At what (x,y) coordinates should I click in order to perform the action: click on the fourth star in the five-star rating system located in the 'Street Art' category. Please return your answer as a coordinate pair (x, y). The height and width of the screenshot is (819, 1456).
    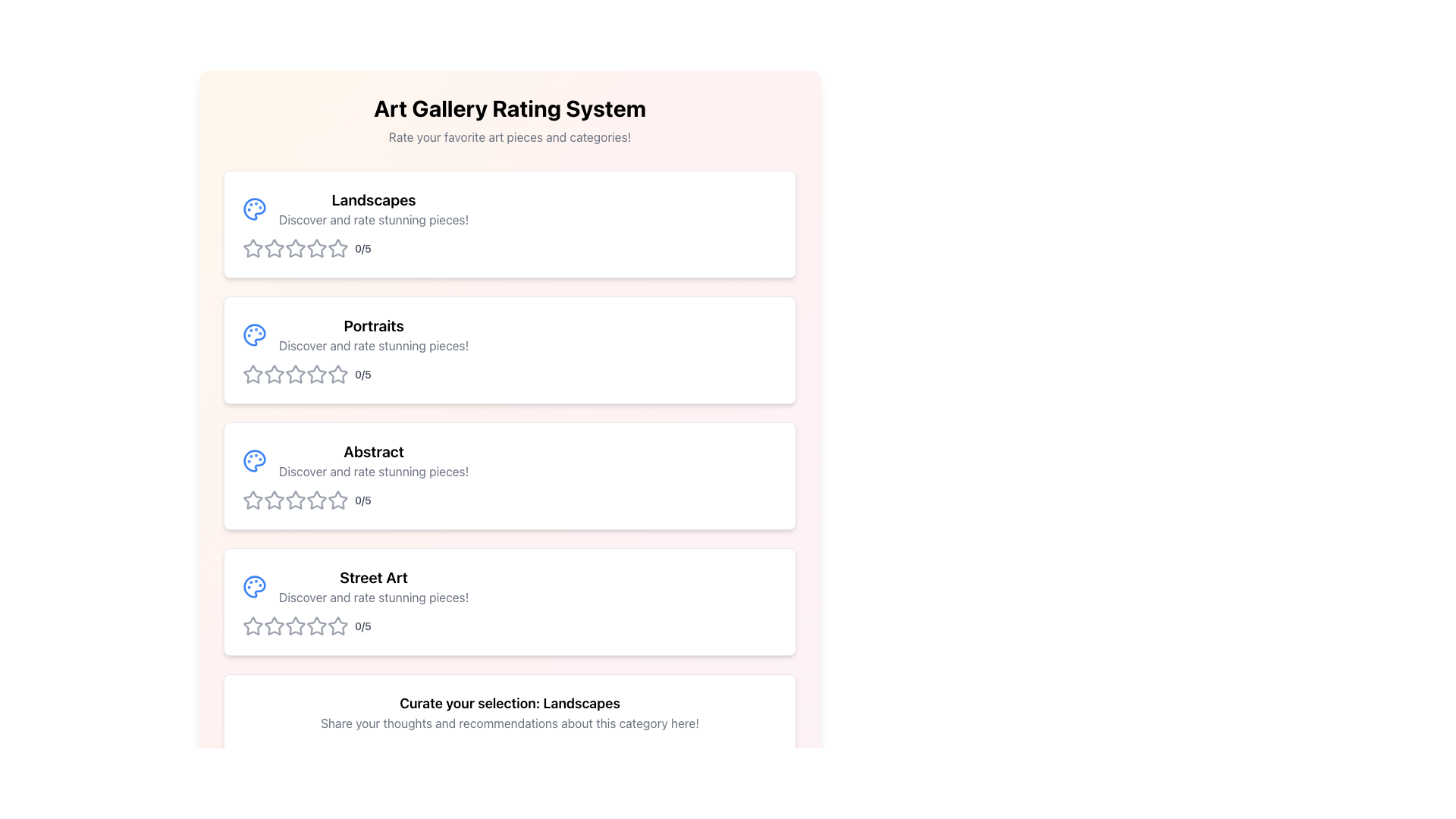
    Looking at the image, I should click on (337, 626).